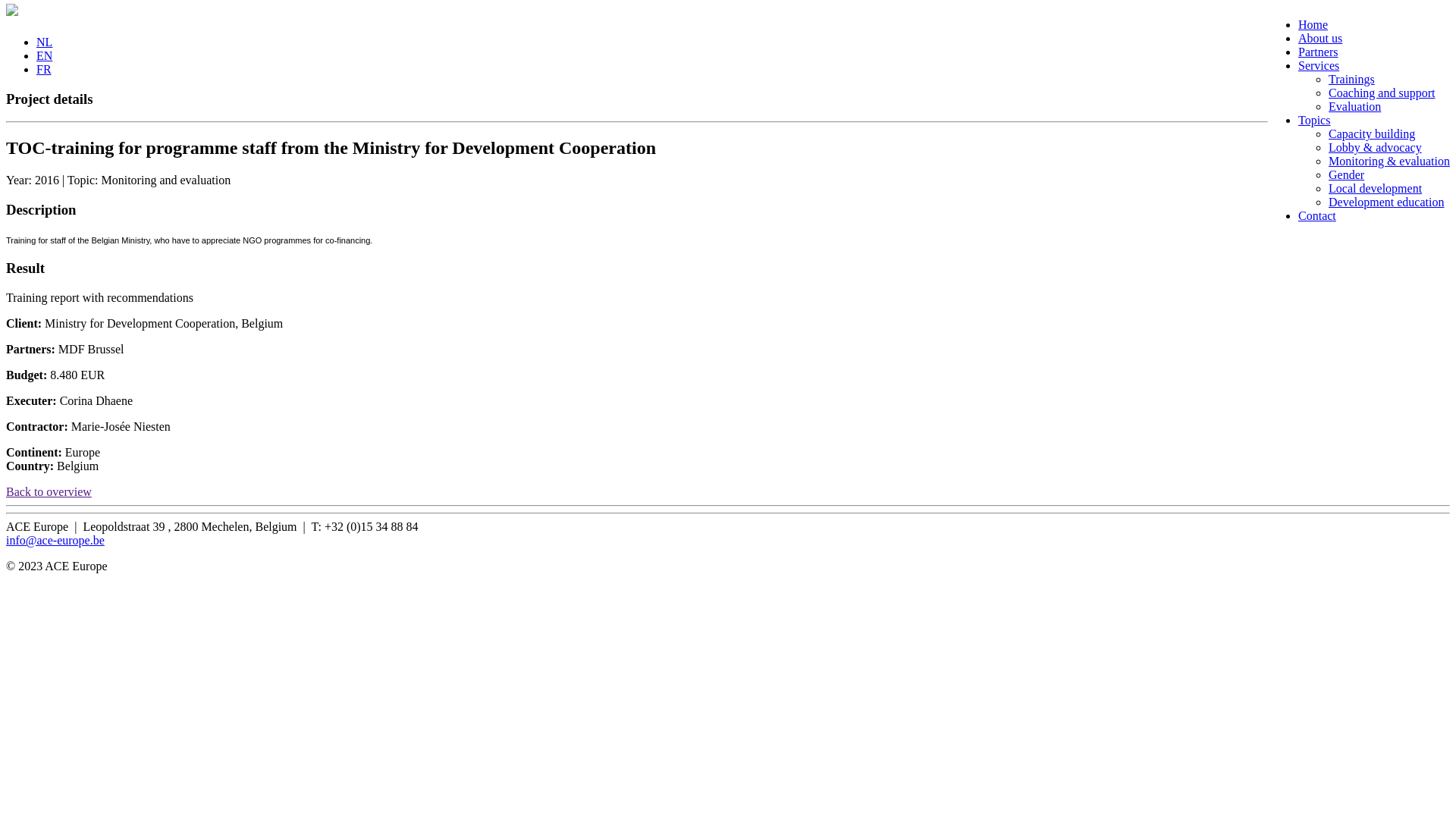  What do you see at coordinates (49, 491) in the screenshot?
I see `'Back to overview'` at bounding box center [49, 491].